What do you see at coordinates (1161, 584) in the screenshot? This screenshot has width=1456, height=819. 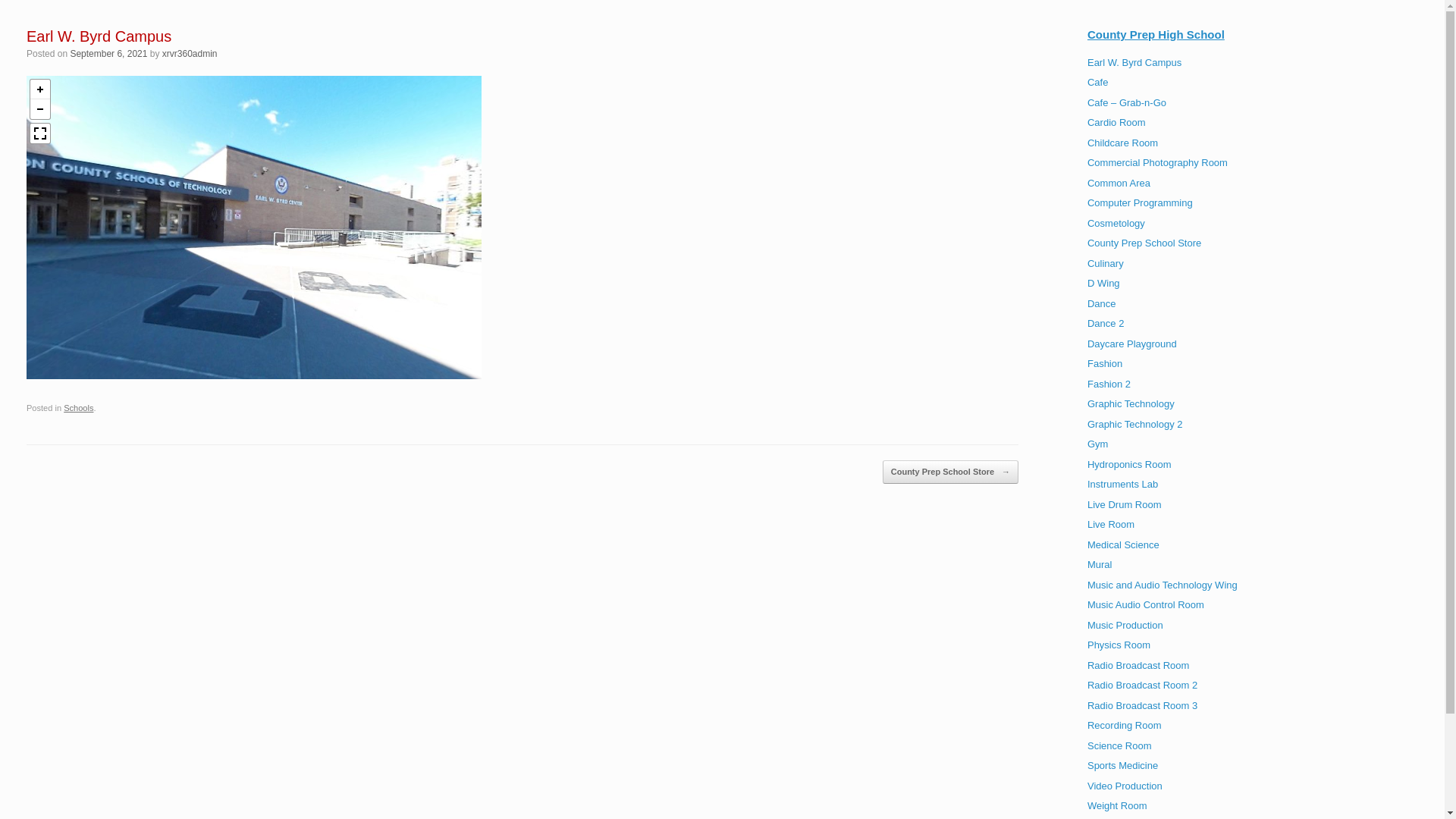 I see `'Music and Audio Technology Wing'` at bounding box center [1161, 584].